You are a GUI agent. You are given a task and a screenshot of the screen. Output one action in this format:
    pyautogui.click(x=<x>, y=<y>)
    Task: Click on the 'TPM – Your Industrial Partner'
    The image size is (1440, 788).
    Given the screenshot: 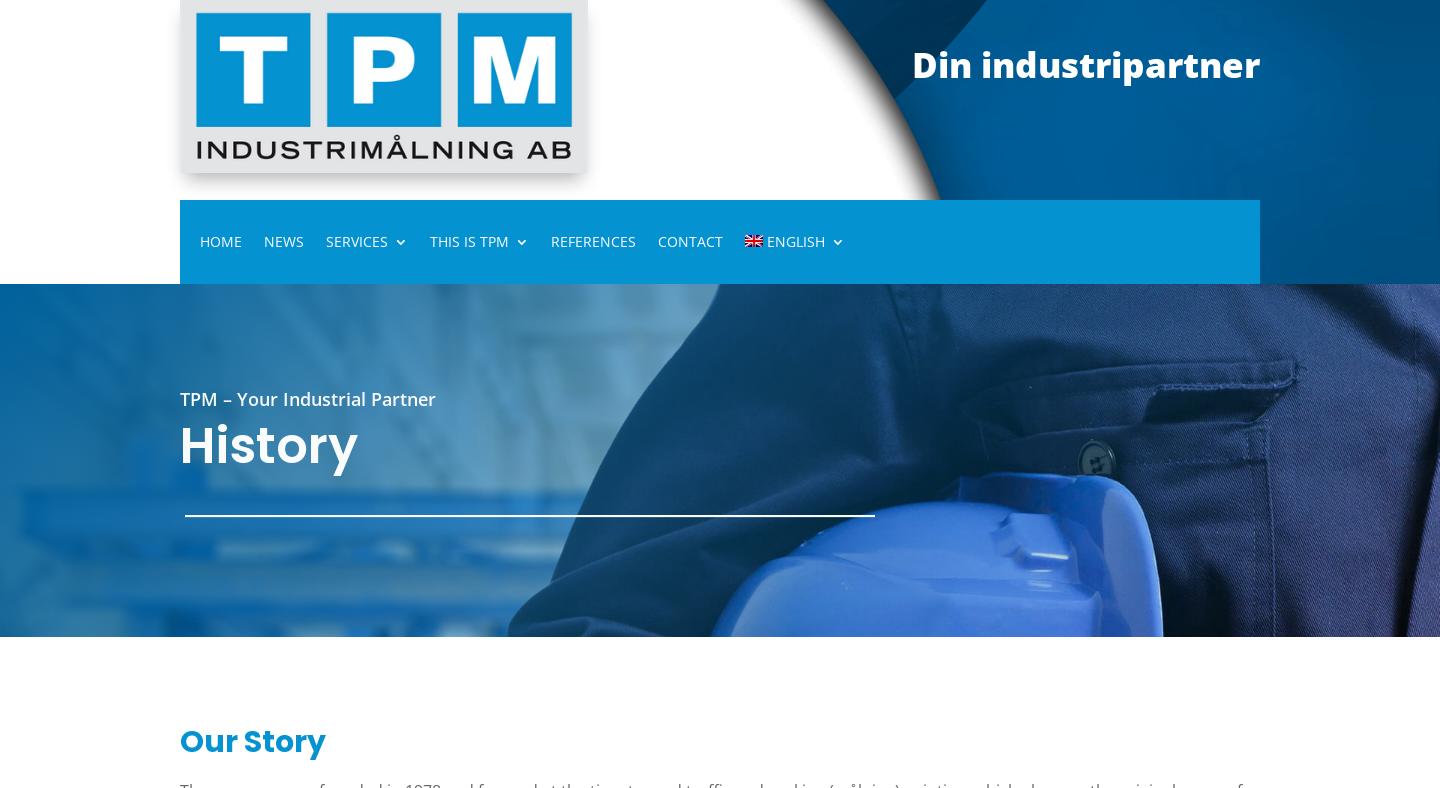 What is the action you would take?
    pyautogui.click(x=308, y=397)
    